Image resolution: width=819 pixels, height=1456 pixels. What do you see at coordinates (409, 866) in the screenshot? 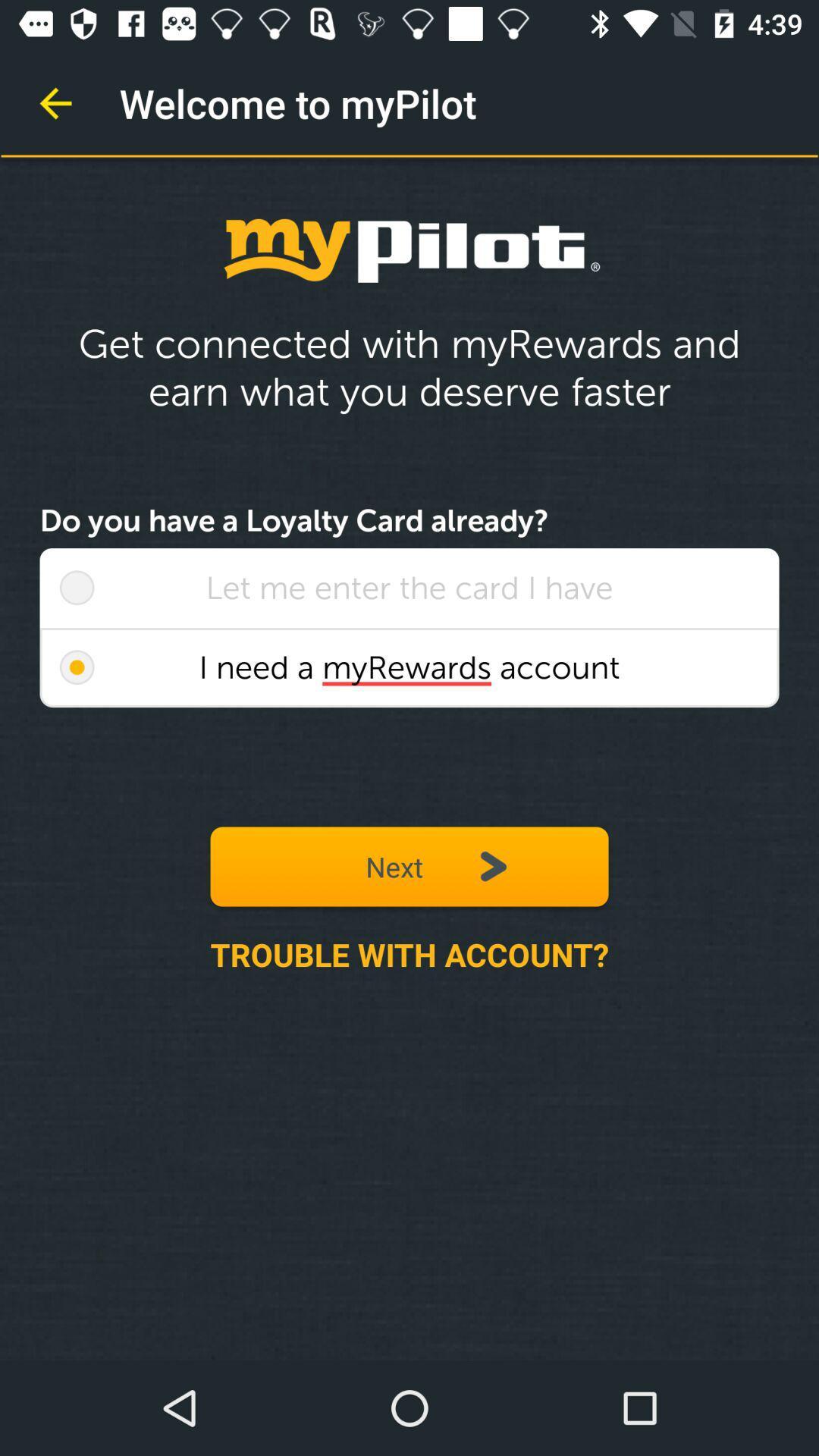
I see `the next item` at bounding box center [409, 866].